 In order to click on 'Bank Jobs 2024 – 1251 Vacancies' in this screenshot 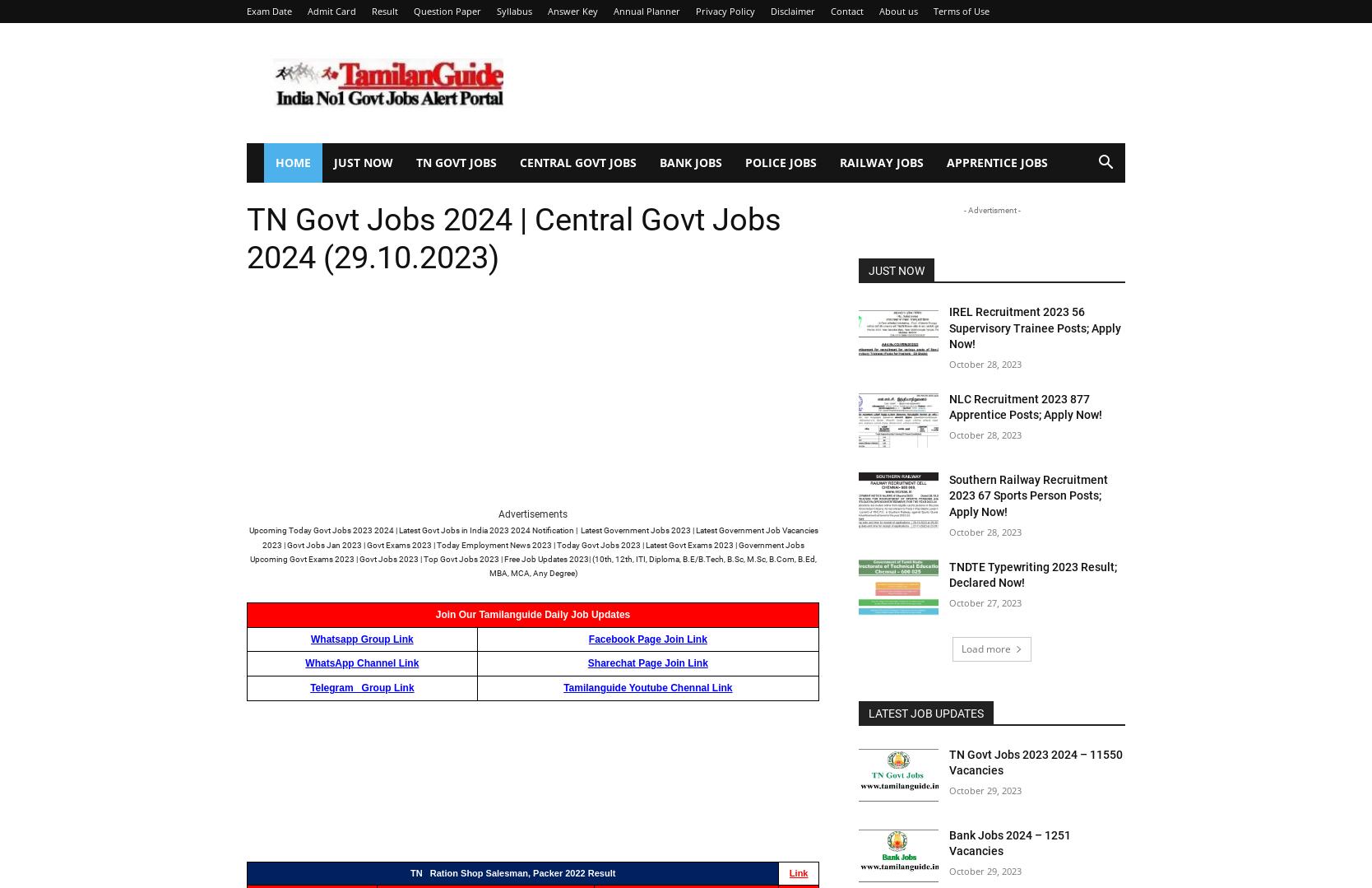, I will do `click(1008, 842)`.